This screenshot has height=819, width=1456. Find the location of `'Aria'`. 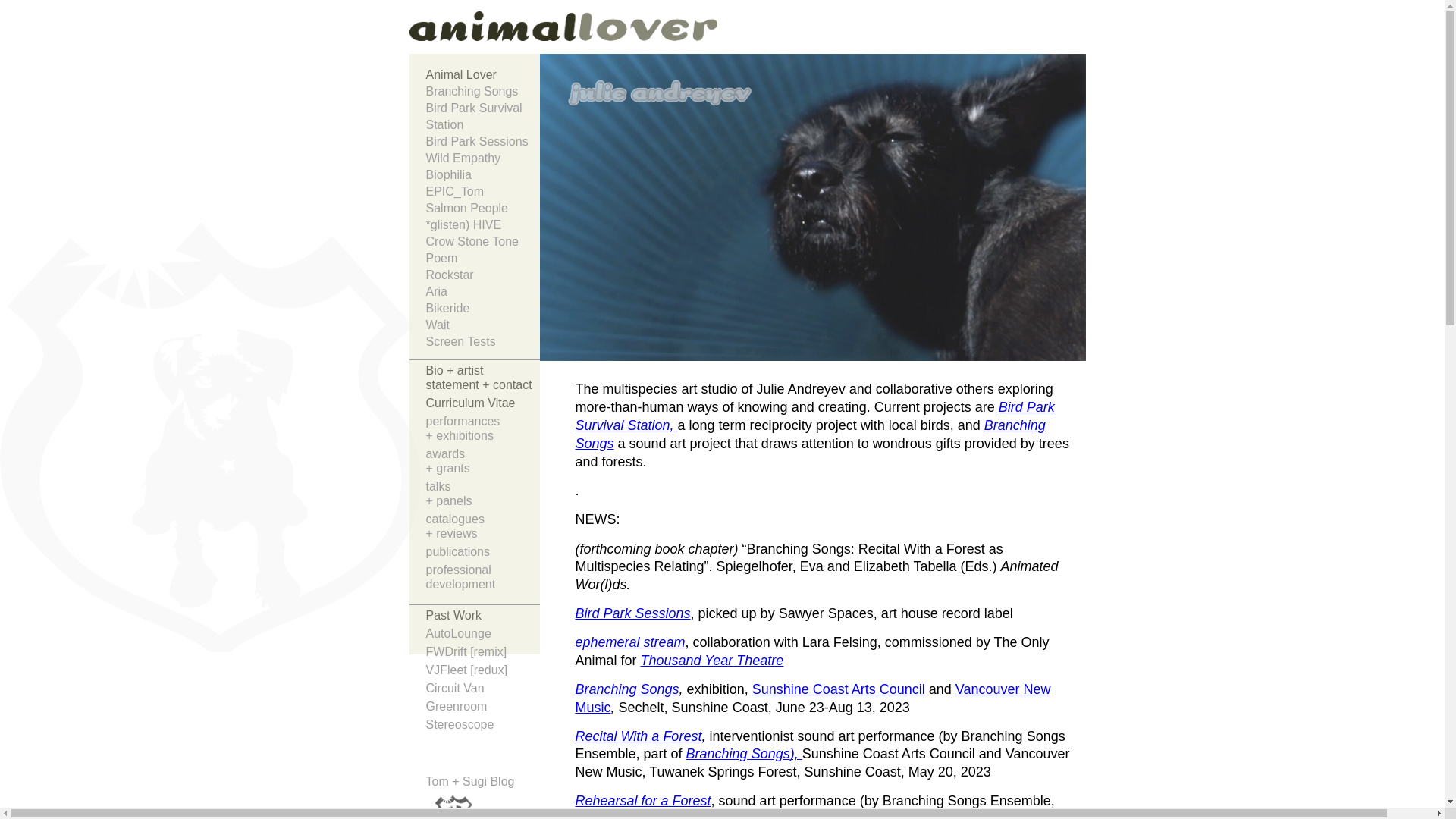

'Aria' is located at coordinates (425, 292).